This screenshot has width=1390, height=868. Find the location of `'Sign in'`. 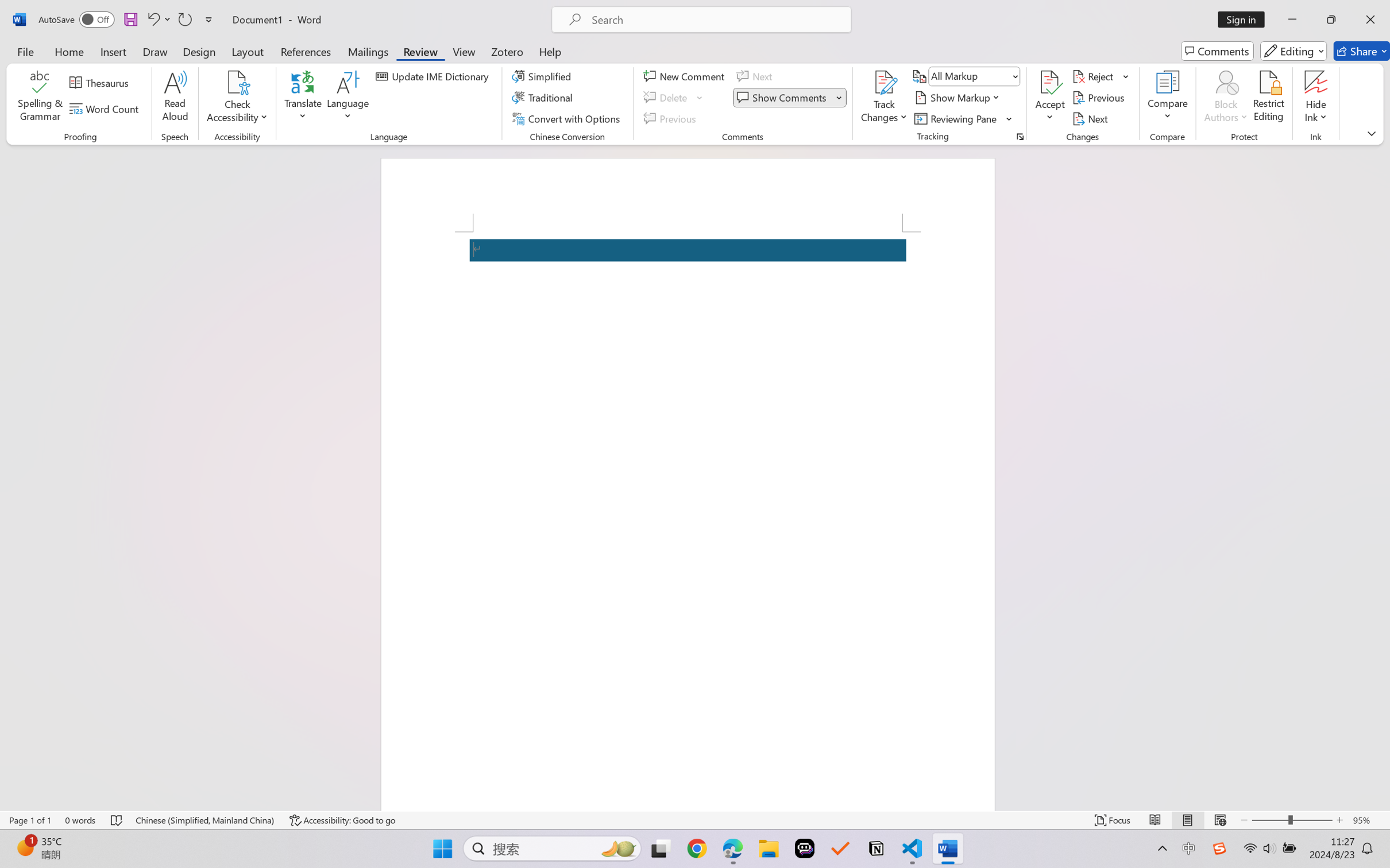

'Sign in' is located at coordinates (1245, 19).